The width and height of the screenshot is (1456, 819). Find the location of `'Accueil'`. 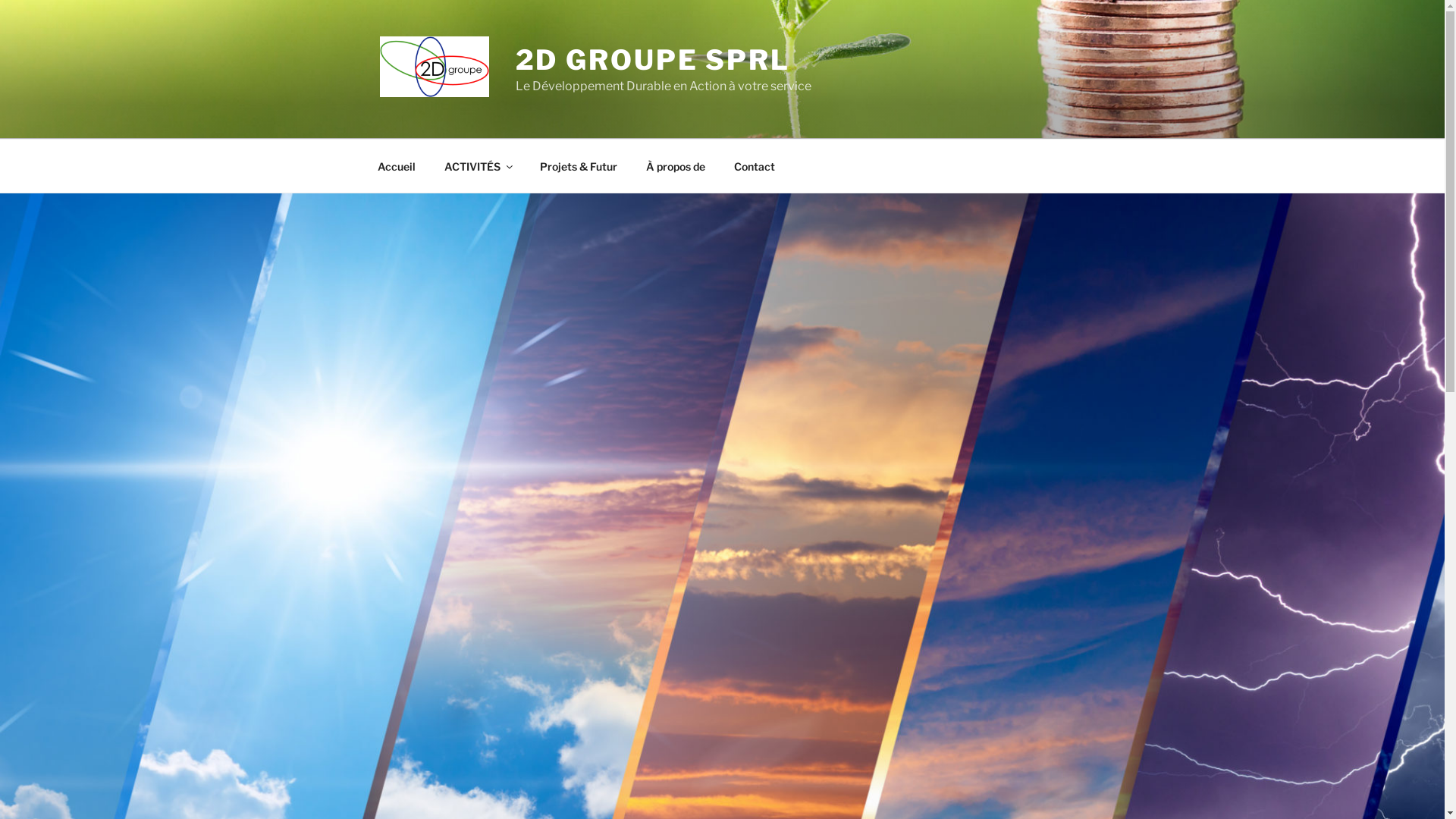

'Accueil' is located at coordinates (396, 165).